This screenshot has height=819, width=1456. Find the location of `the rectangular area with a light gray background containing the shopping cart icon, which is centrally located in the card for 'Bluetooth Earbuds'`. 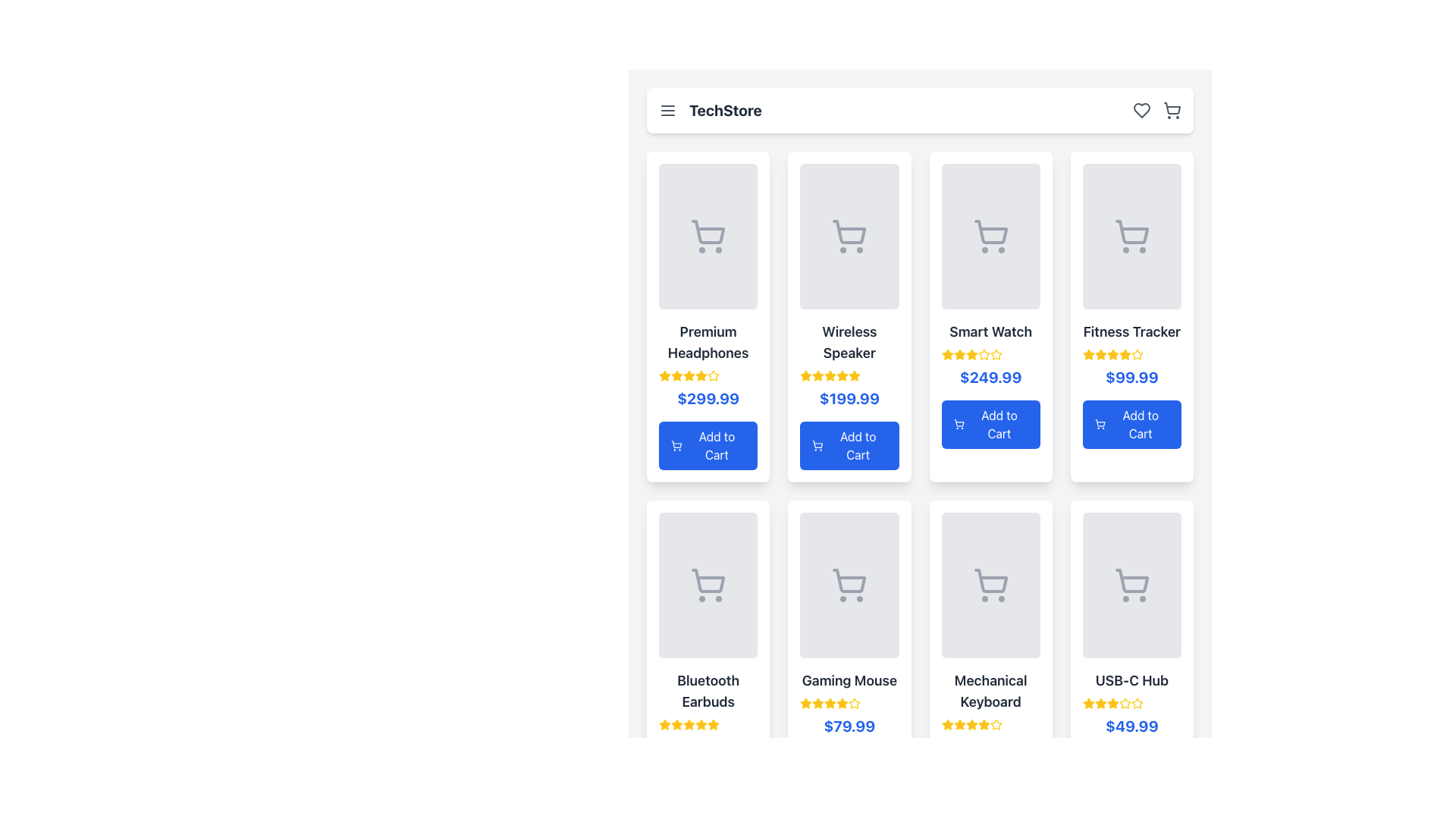

the rectangular area with a light gray background containing the shopping cart icon, which is centrally located in the card for 'Bluetooth Earbuds' is located at coordinates (708, 584).